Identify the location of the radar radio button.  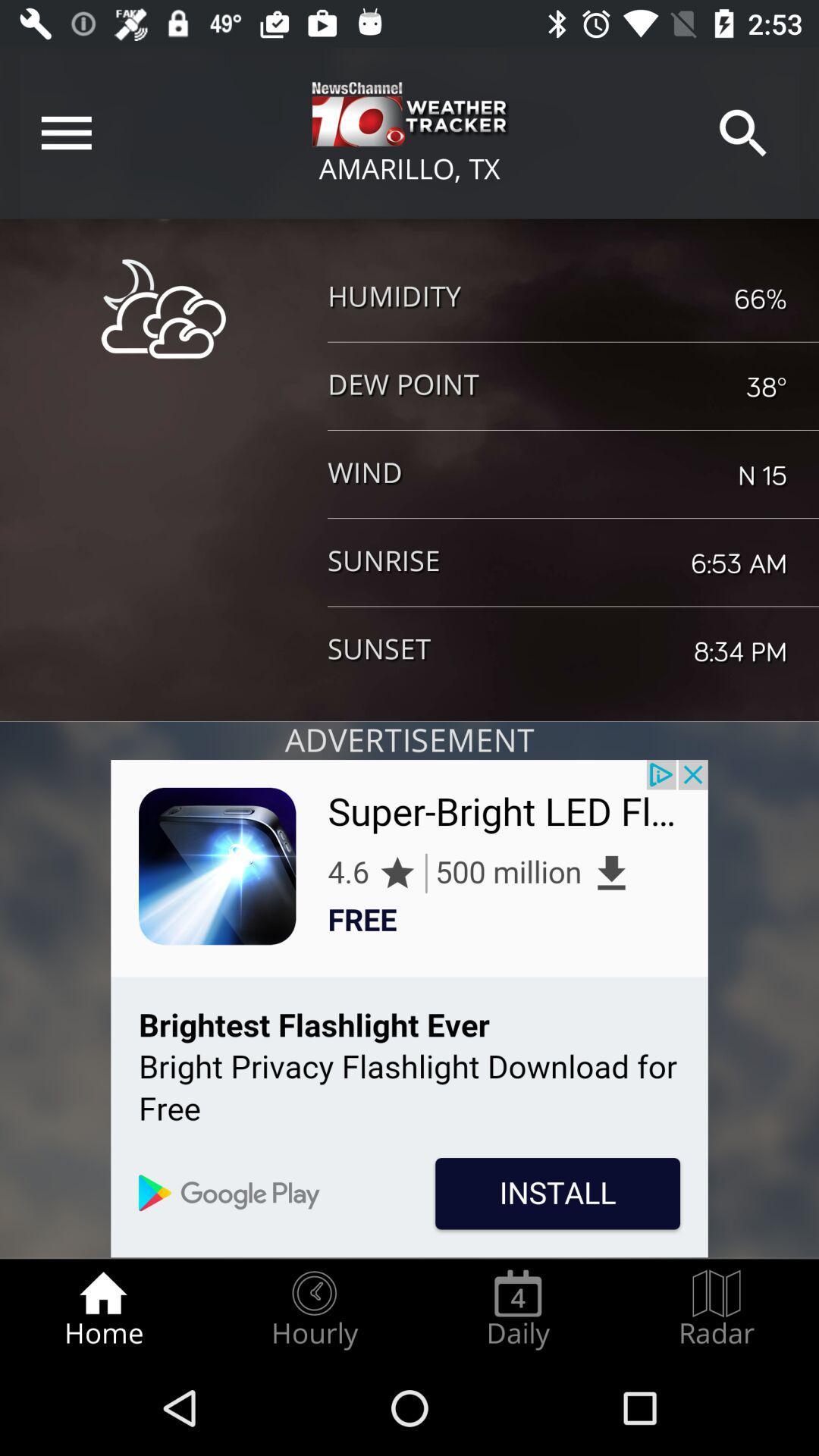
(717, 1309).